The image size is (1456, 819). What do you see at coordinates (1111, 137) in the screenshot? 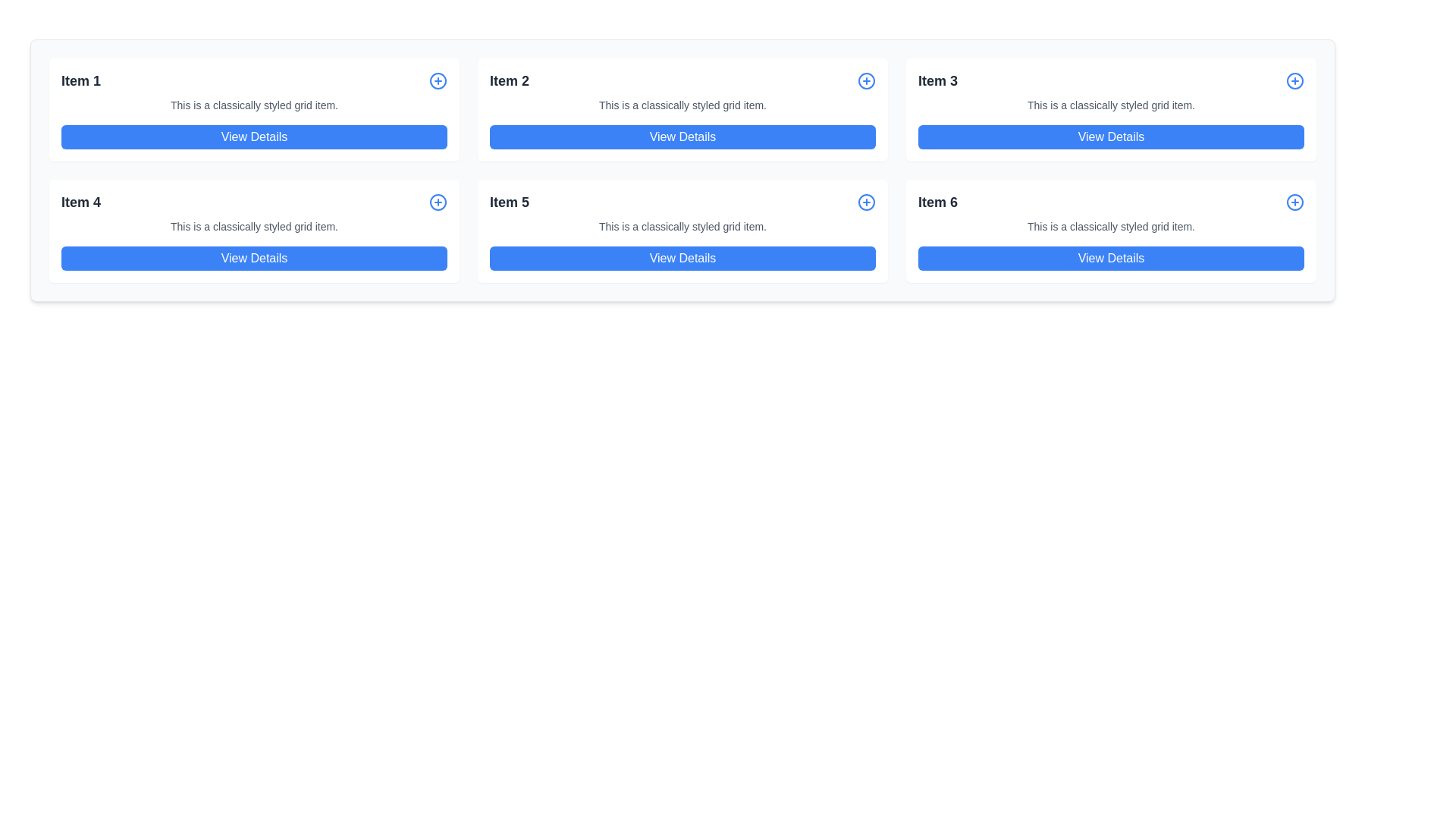
I see `the 'View Details' button, which is a rectangular button with a blue background and white text, located beneath the description of 'Item 3'` at bounding box center [1111, 137].